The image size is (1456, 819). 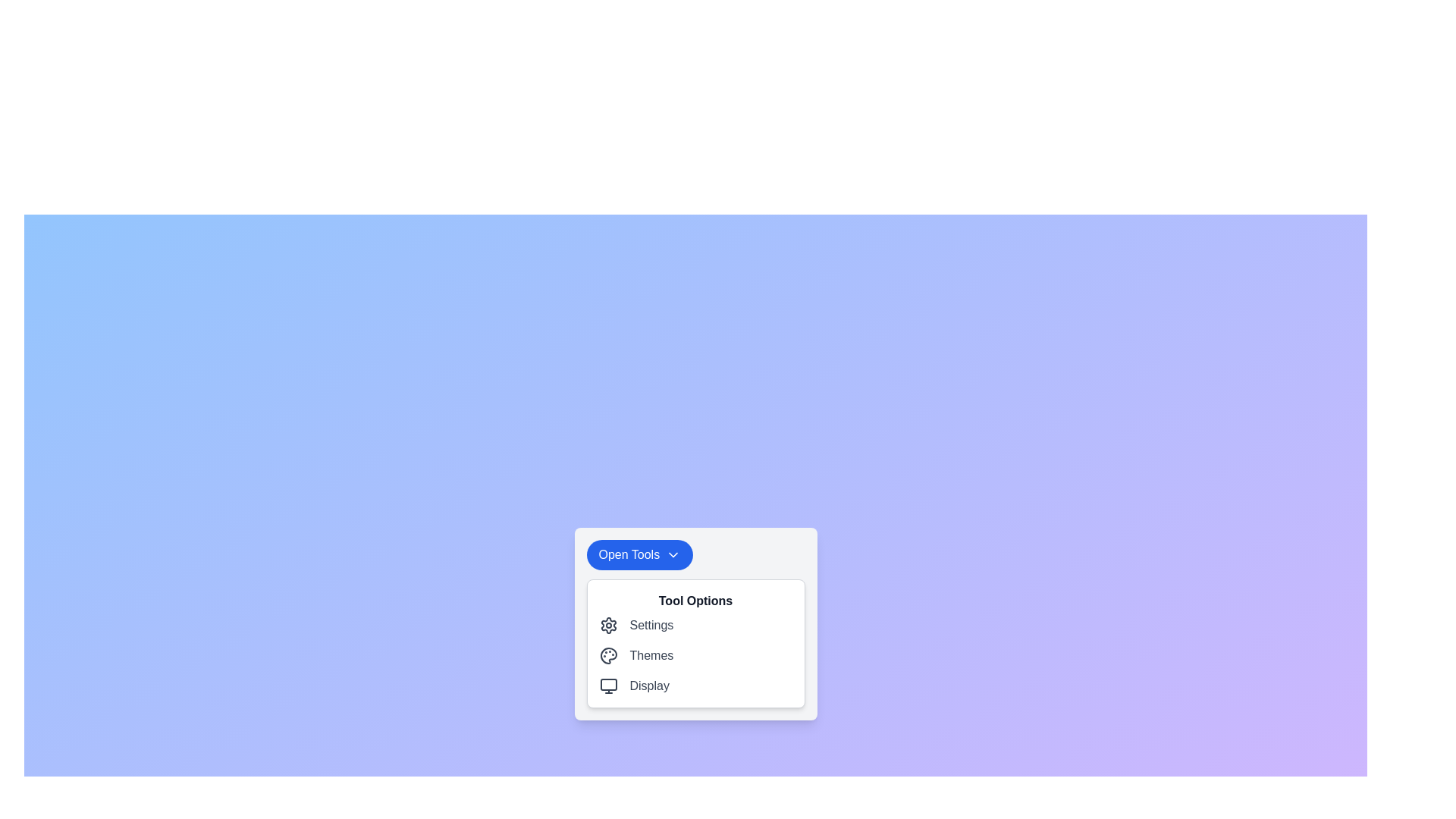 I want to click on the Label Text located at the bottom of the 'Tool Options' group in the pop-up menu, which is the last item in the vertical list of options, so click(x=649, y=686).